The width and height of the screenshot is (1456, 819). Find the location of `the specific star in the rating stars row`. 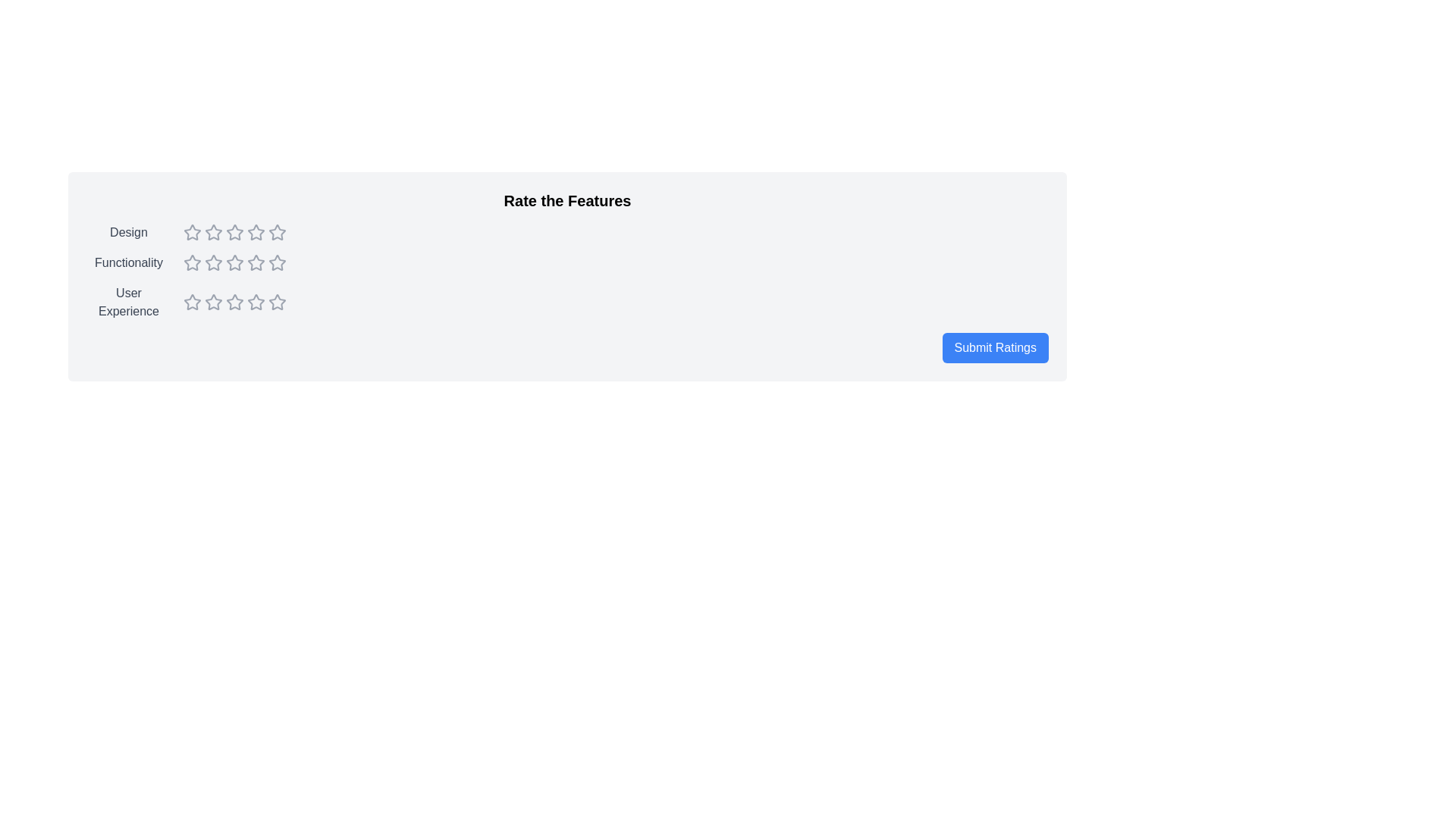

the specific star in the rating stars row is located at coordinates (234, 233).